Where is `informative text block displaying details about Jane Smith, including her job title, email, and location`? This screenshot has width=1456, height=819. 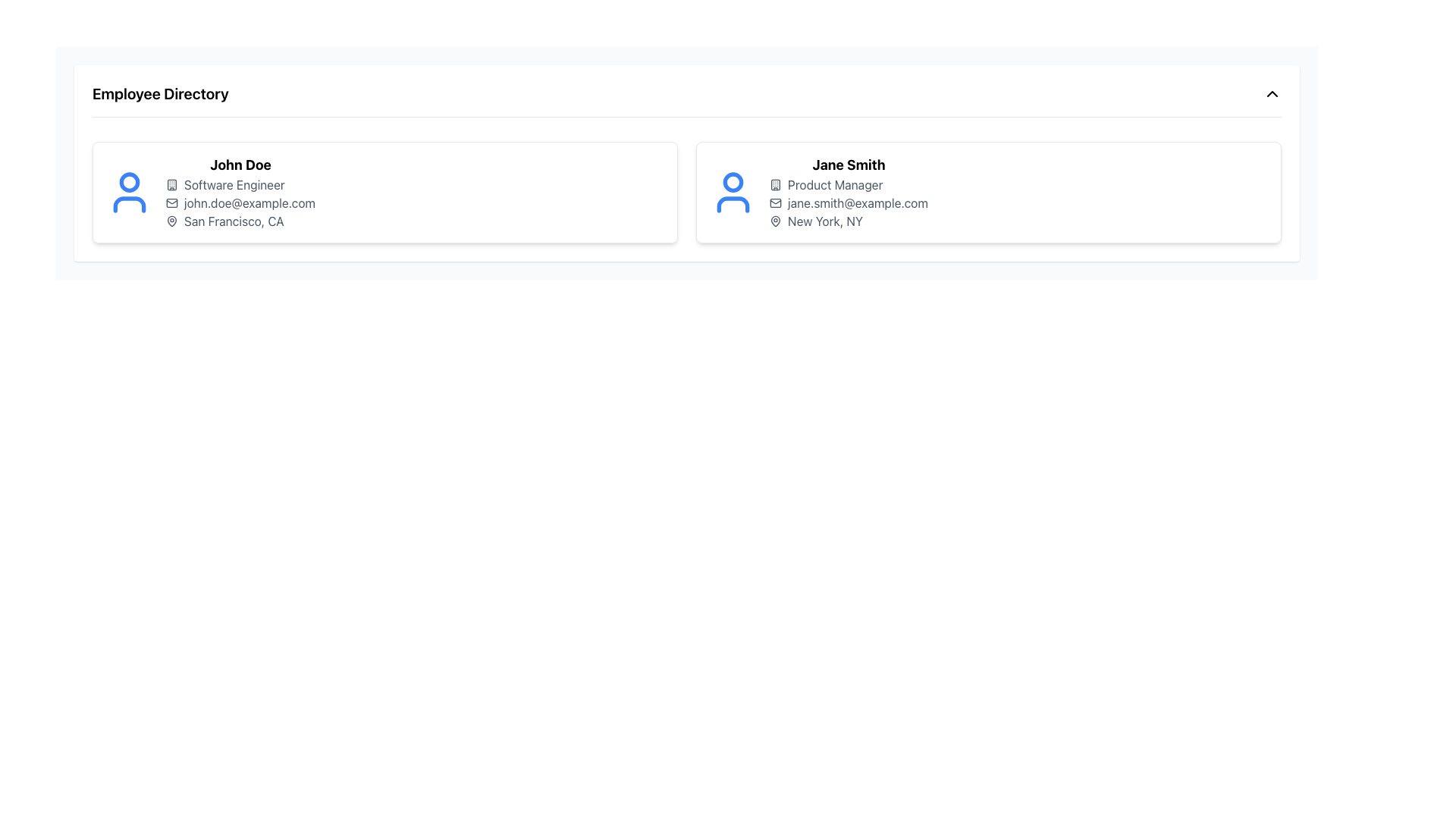
informative text block displaying details about Jane Smith, including her job title, email, and location is located at coordinates (848, 192).